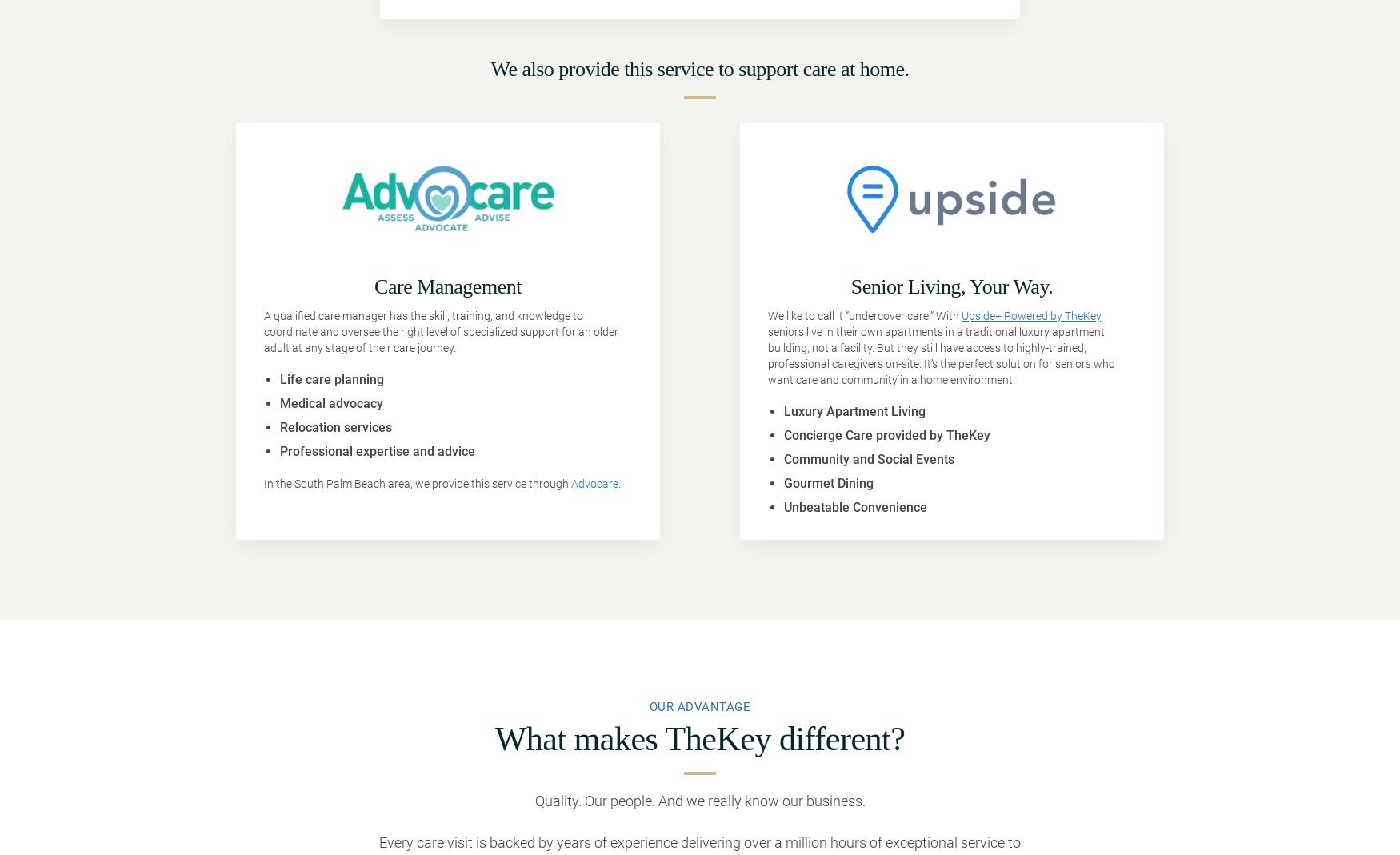 Image resolution: width=1400 pixels, height=855 pixels. What do you see at coordinates (699, 705) in the screenshot?
I see `'Our Advantage'` at bounding box center [699, 705].